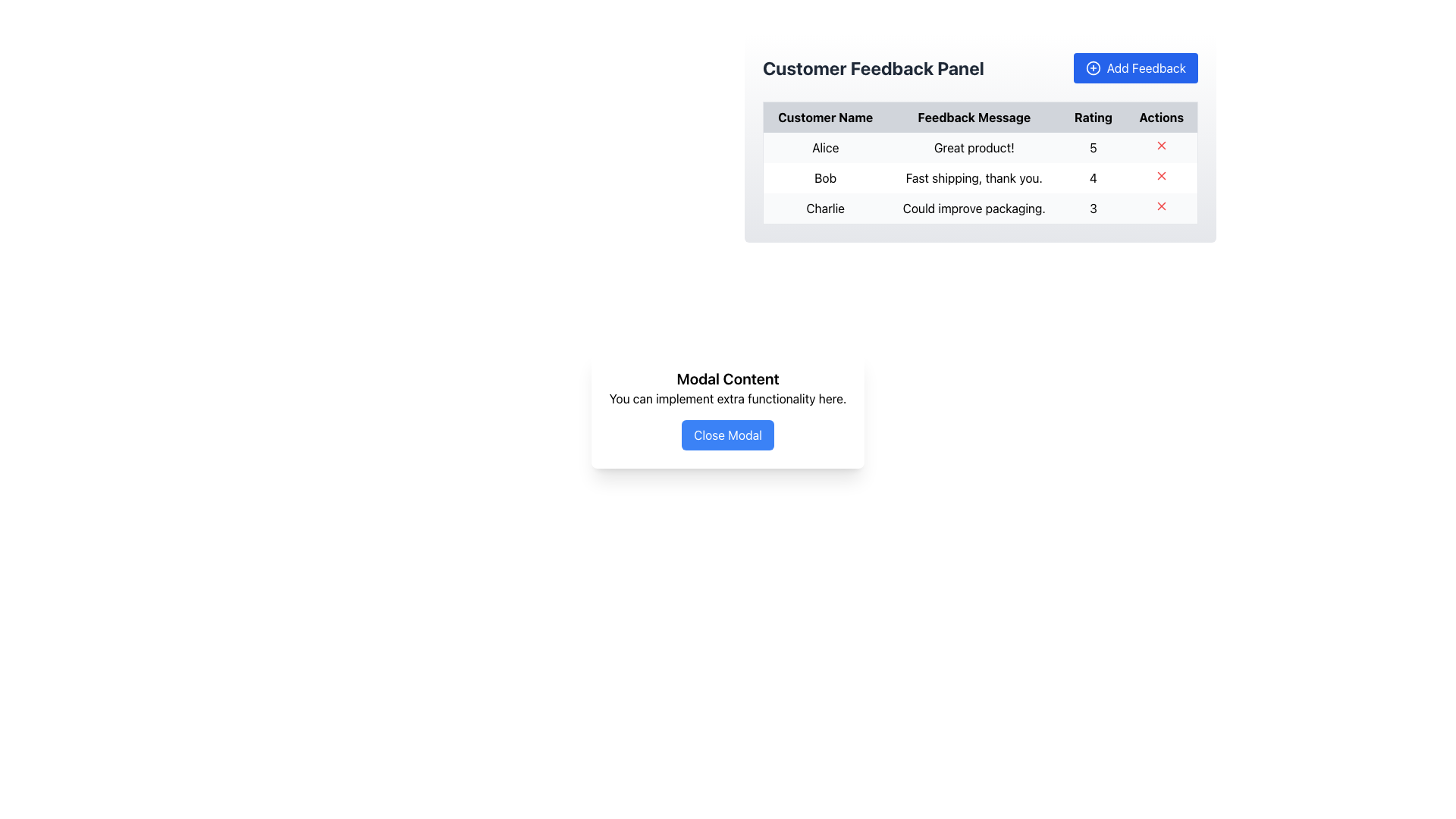  What do you see at coordinates (726, 435) in the screenshot?
I see `the 'Close Modal' button, which has a blue background and white text` at bounding box center [726, 435].